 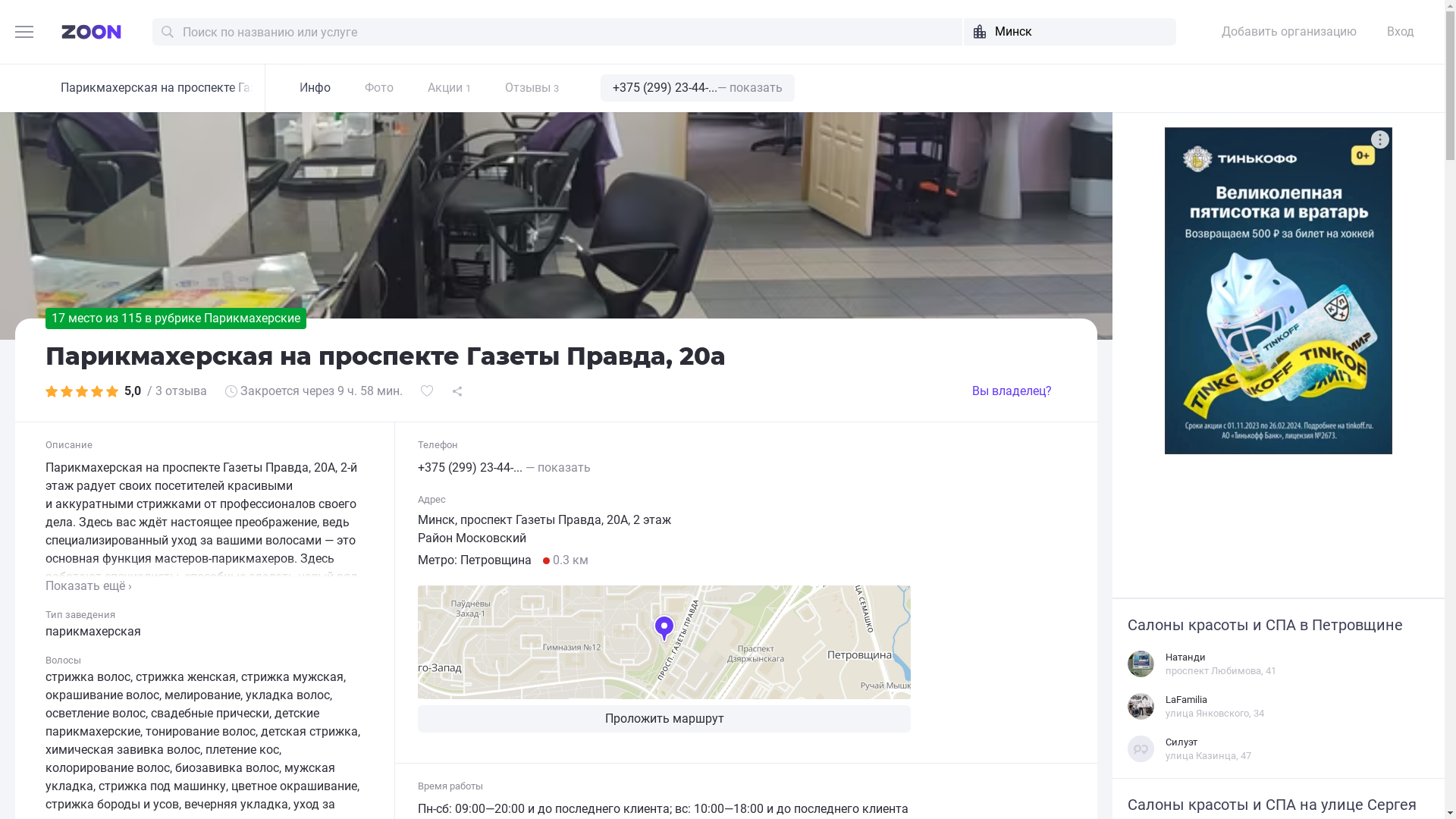 What do you see at coordinates (1185, 699) in the screenshot?
I see `'LaFamilia'` at bounding box center [1185, 699].